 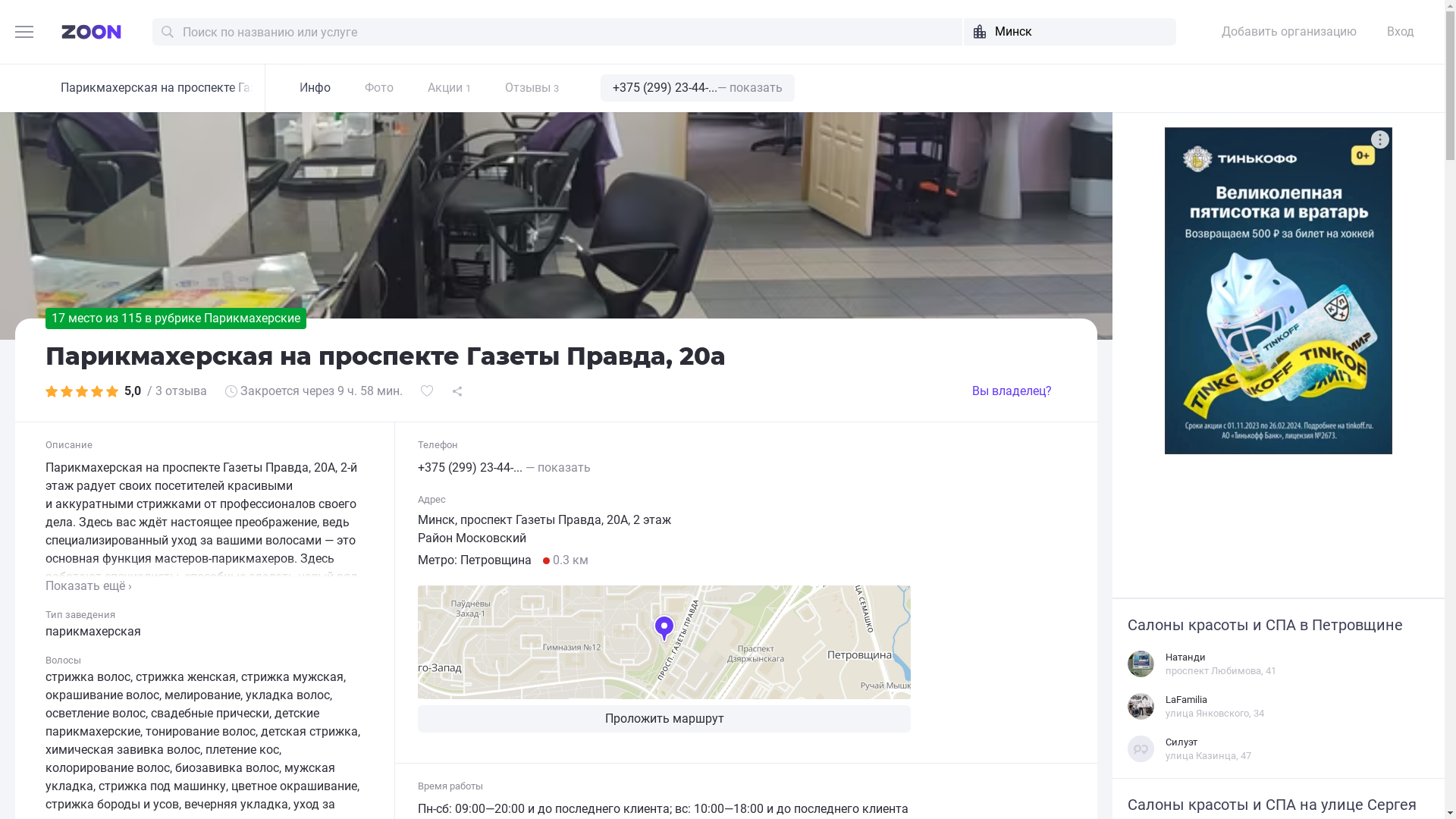 What do you see at coordinates (1185, 699) in the screenshot?
I see `'LaFamilia'` at bounding box center [1185, 699].